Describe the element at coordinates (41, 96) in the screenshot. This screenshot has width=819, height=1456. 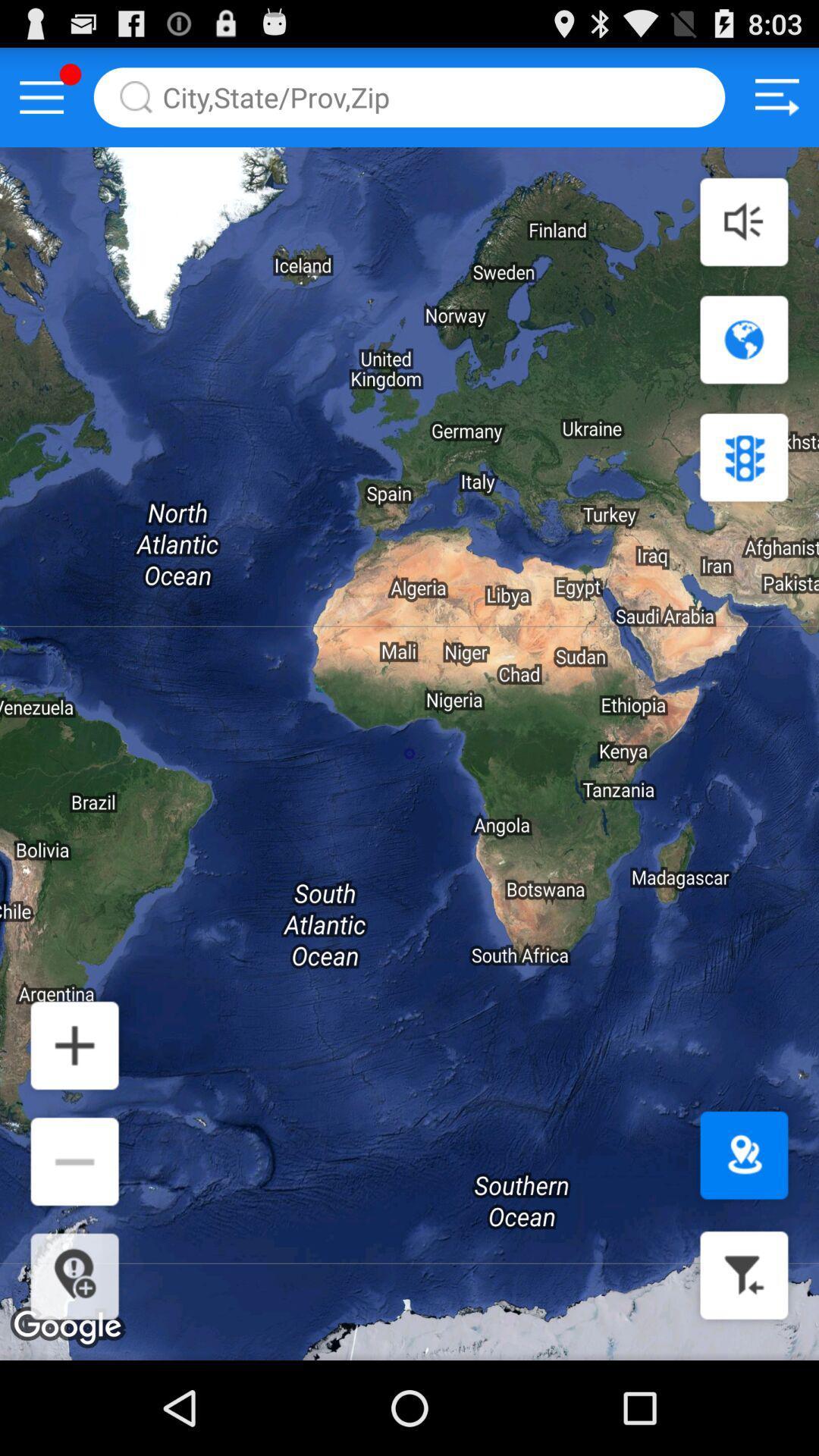
I see `options` at that location.